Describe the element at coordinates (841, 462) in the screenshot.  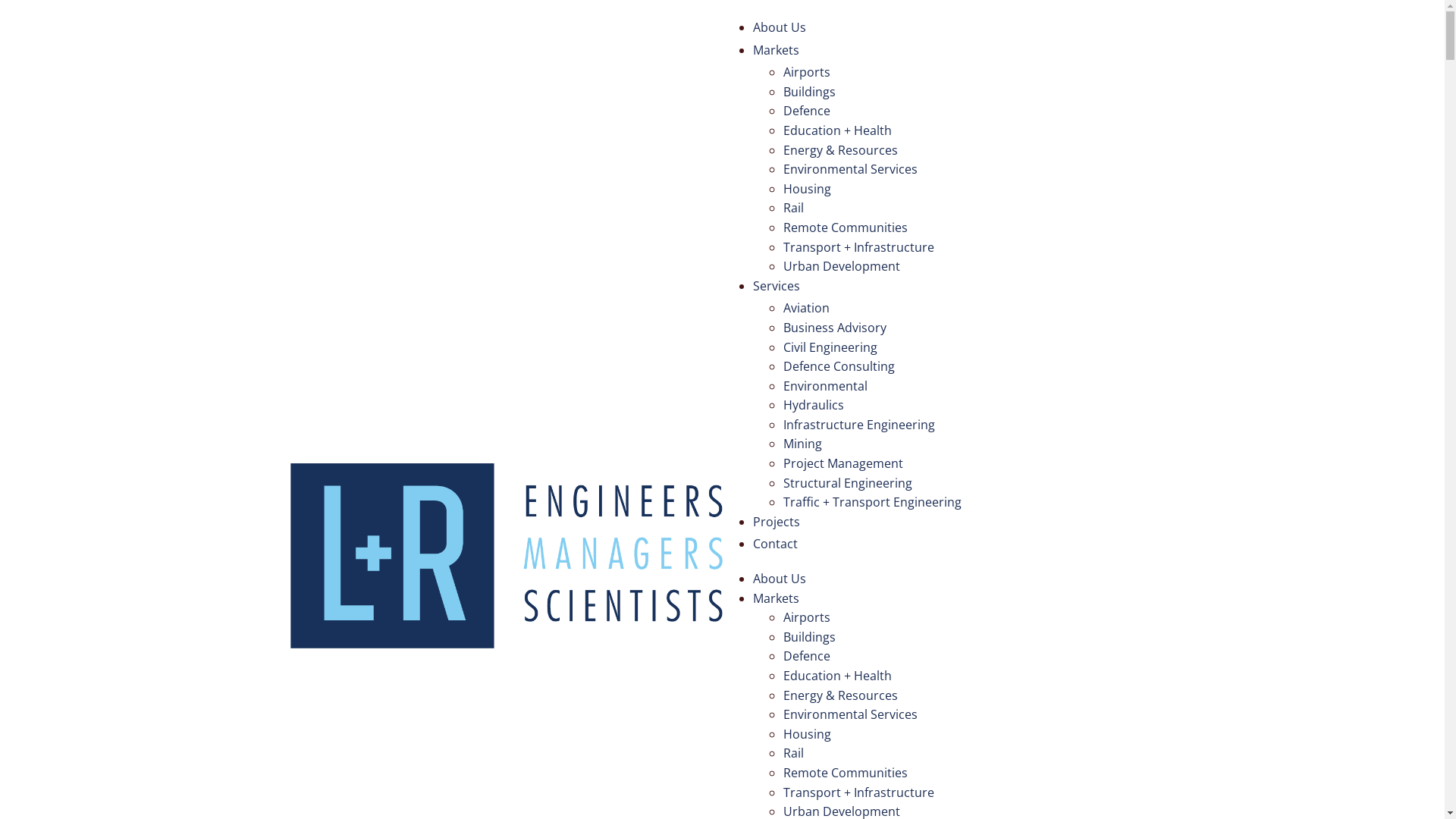
I see `'Project Management'` at that location.